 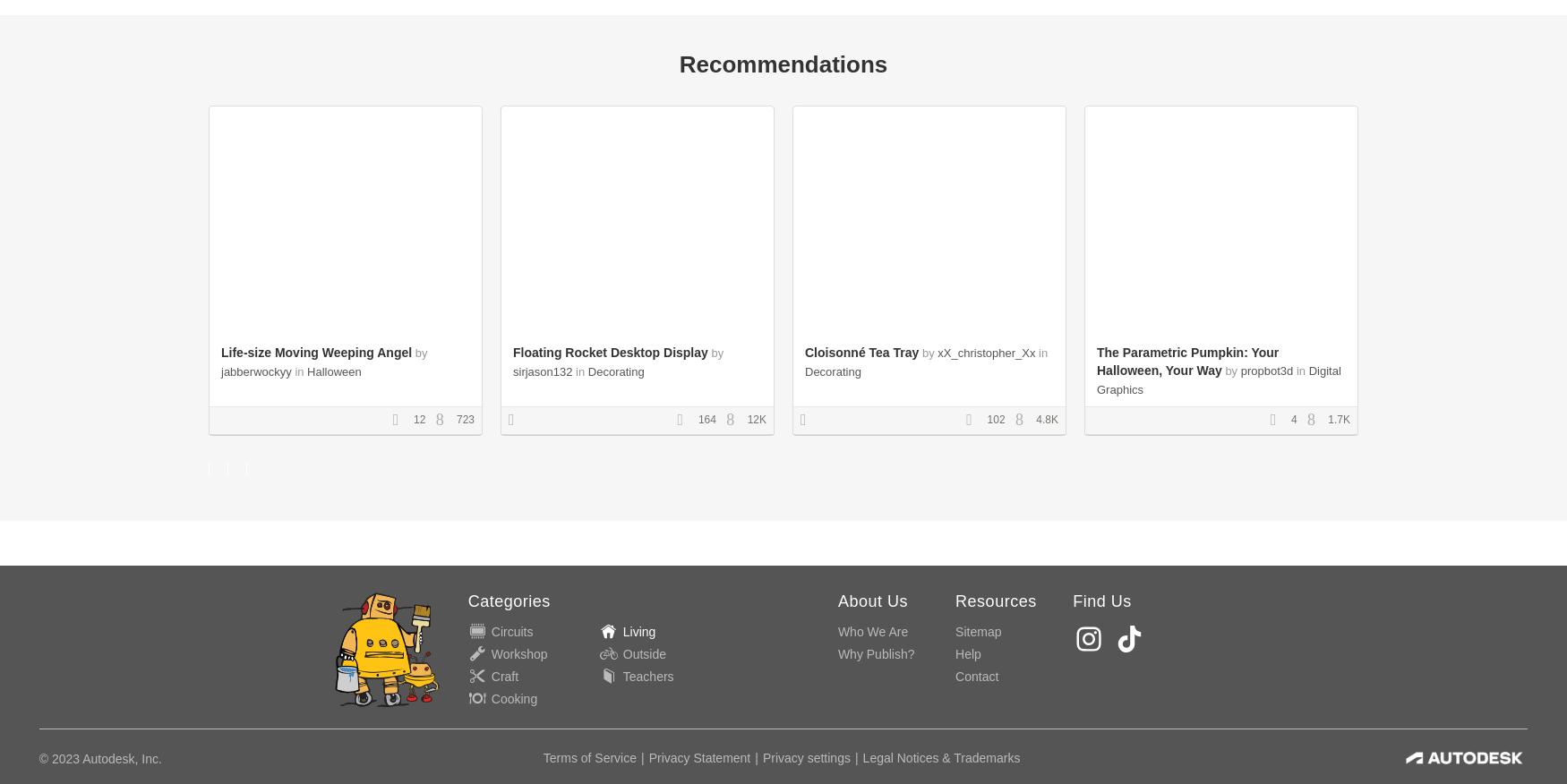 I want to click on 'Outside', so click(x=644, y=654).